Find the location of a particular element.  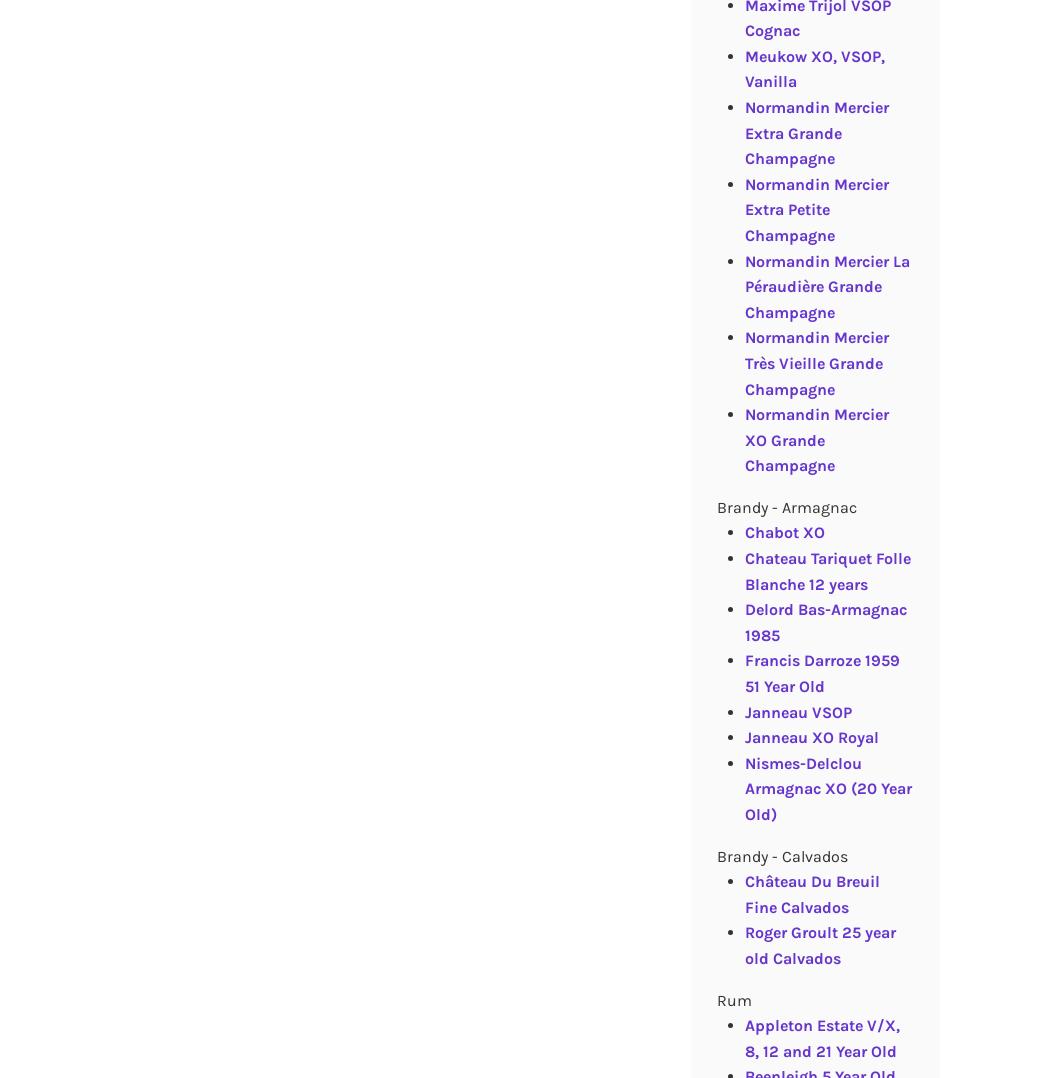

'Rum' is located at coordinates (714, 999).